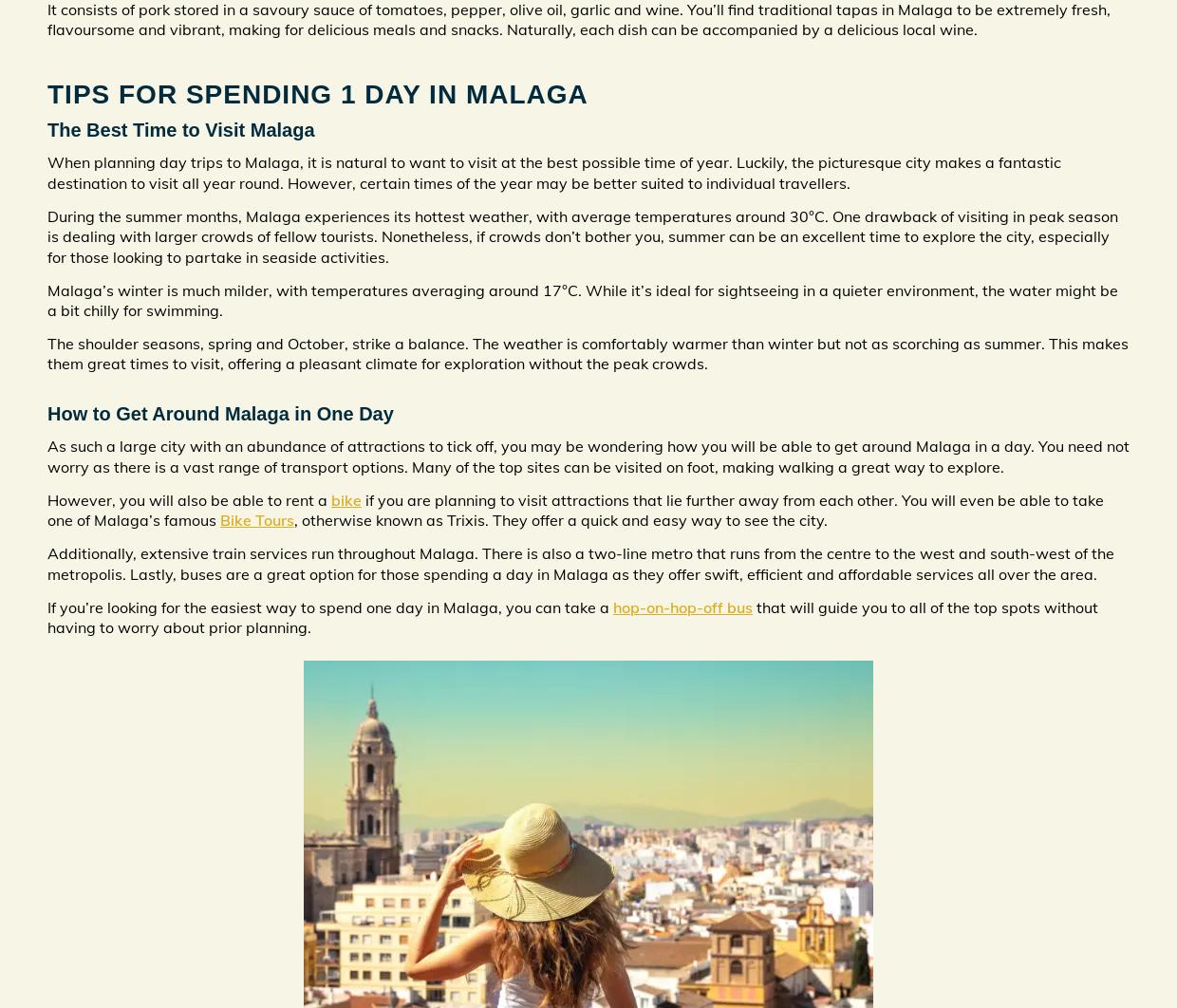 The height and width of the screenshot is (1008, 1177). I want to click on 'However, you will also be able to rent a', so click(188, 498).